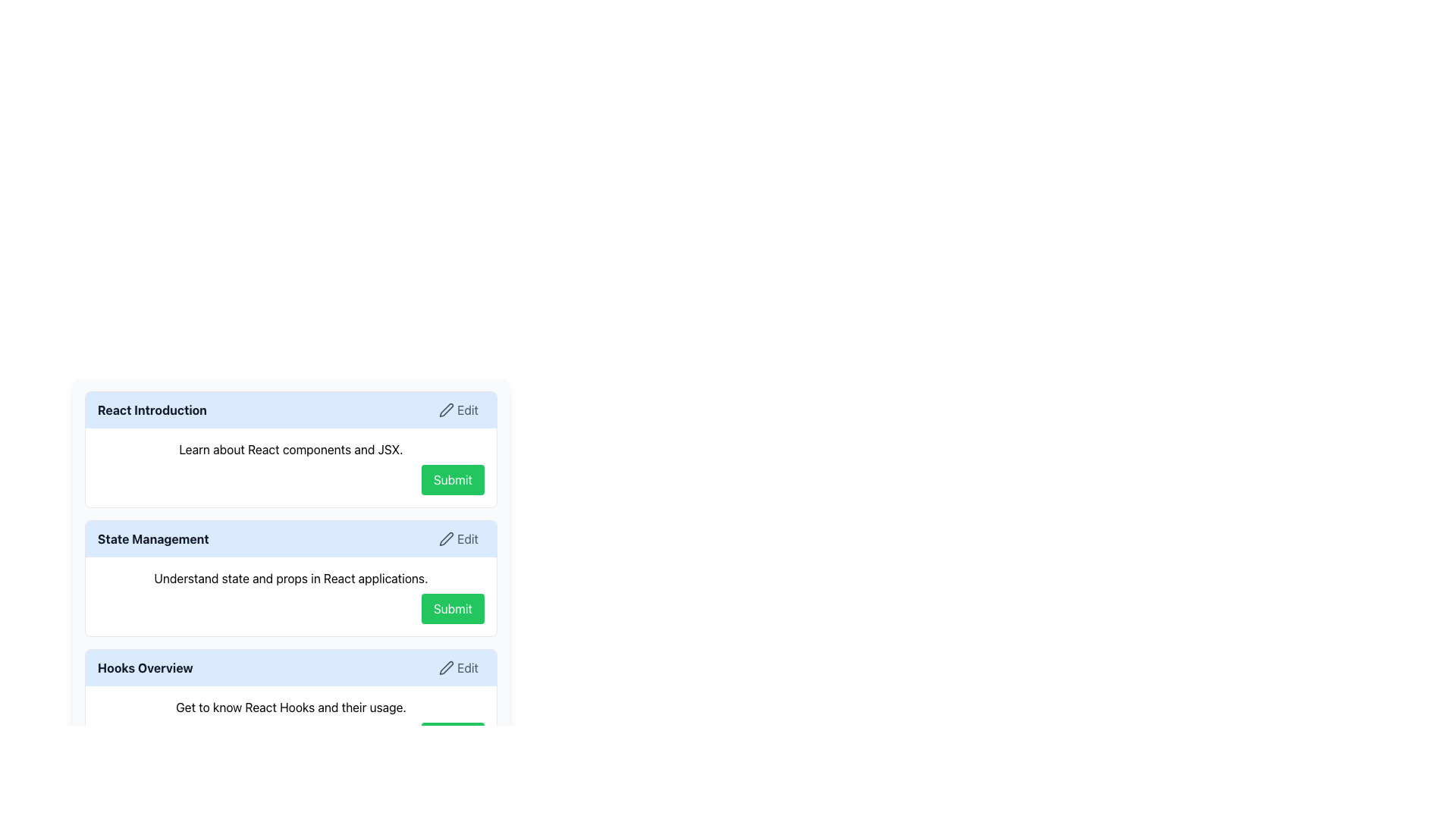  Describe the element at coordinates (291, 579) in the screenshot. I see `the static text element providing descriptive information about 'State Management' for React applications, located above the 'Submit' button` at that location.